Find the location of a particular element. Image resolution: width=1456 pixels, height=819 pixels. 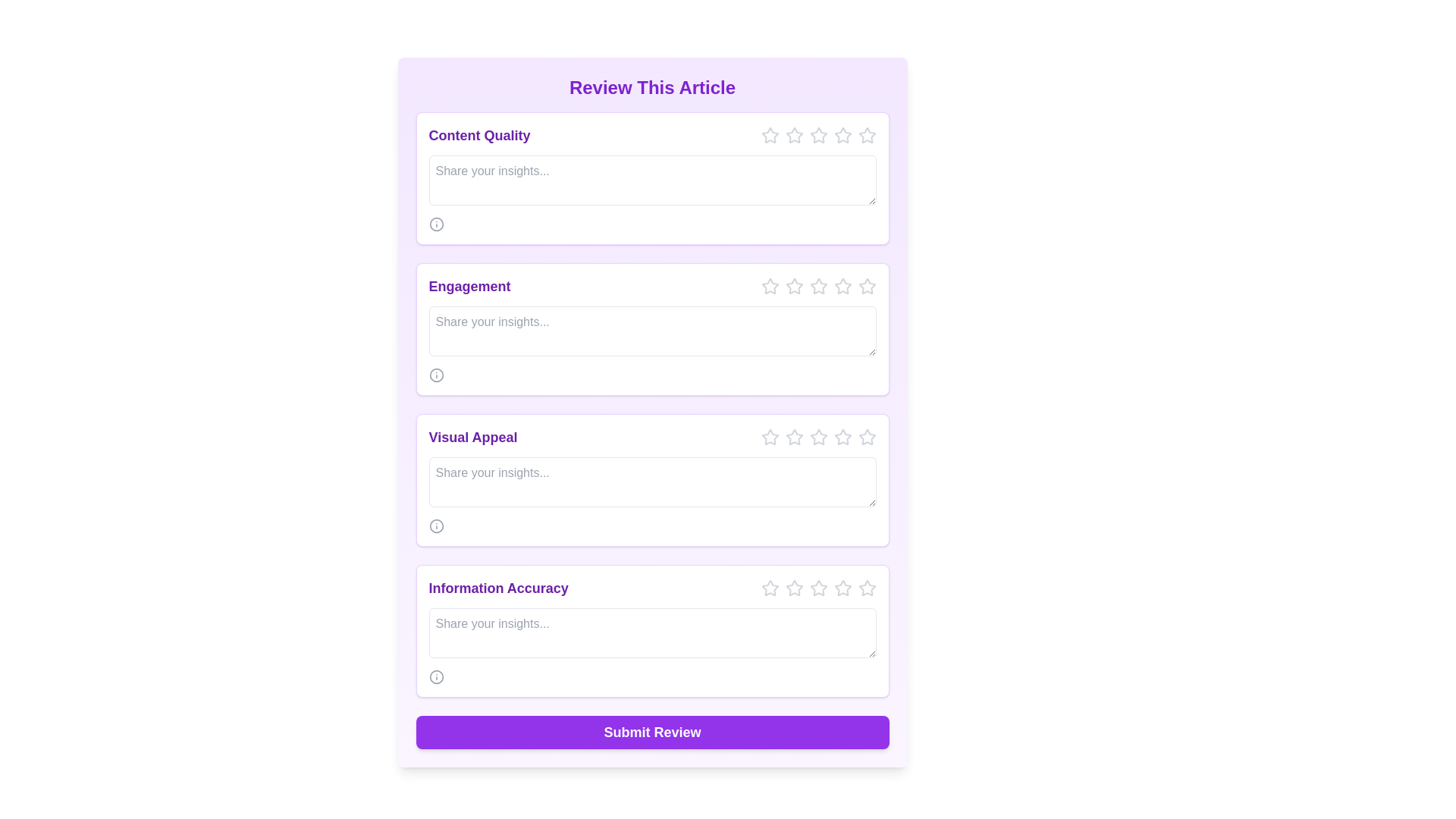

the fourth star icon in the Visual Appeal section is located at coordinates (817, 438).